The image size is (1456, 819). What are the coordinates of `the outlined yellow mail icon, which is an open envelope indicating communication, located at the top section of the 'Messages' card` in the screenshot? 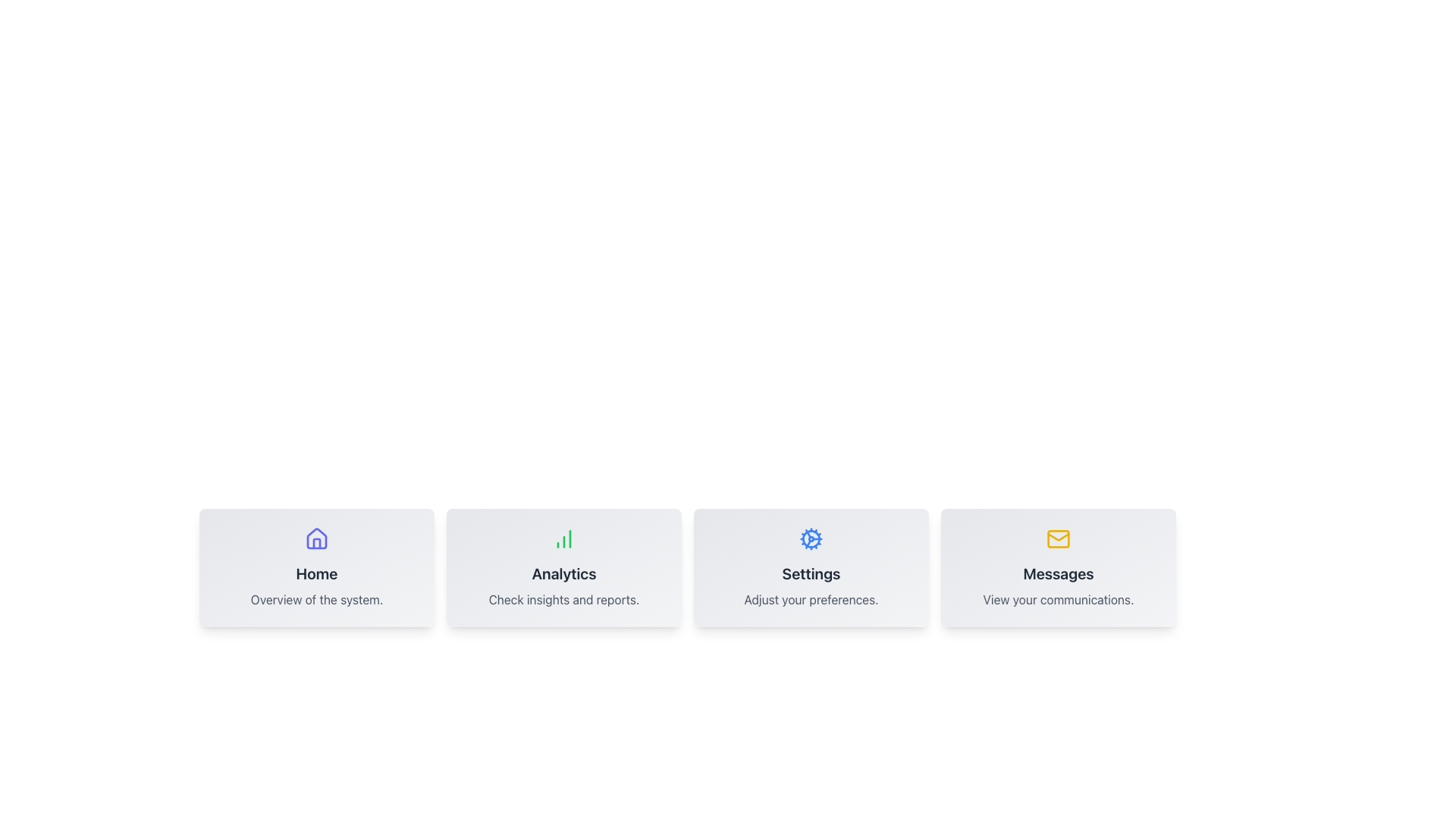 It's located at (1058, 538).